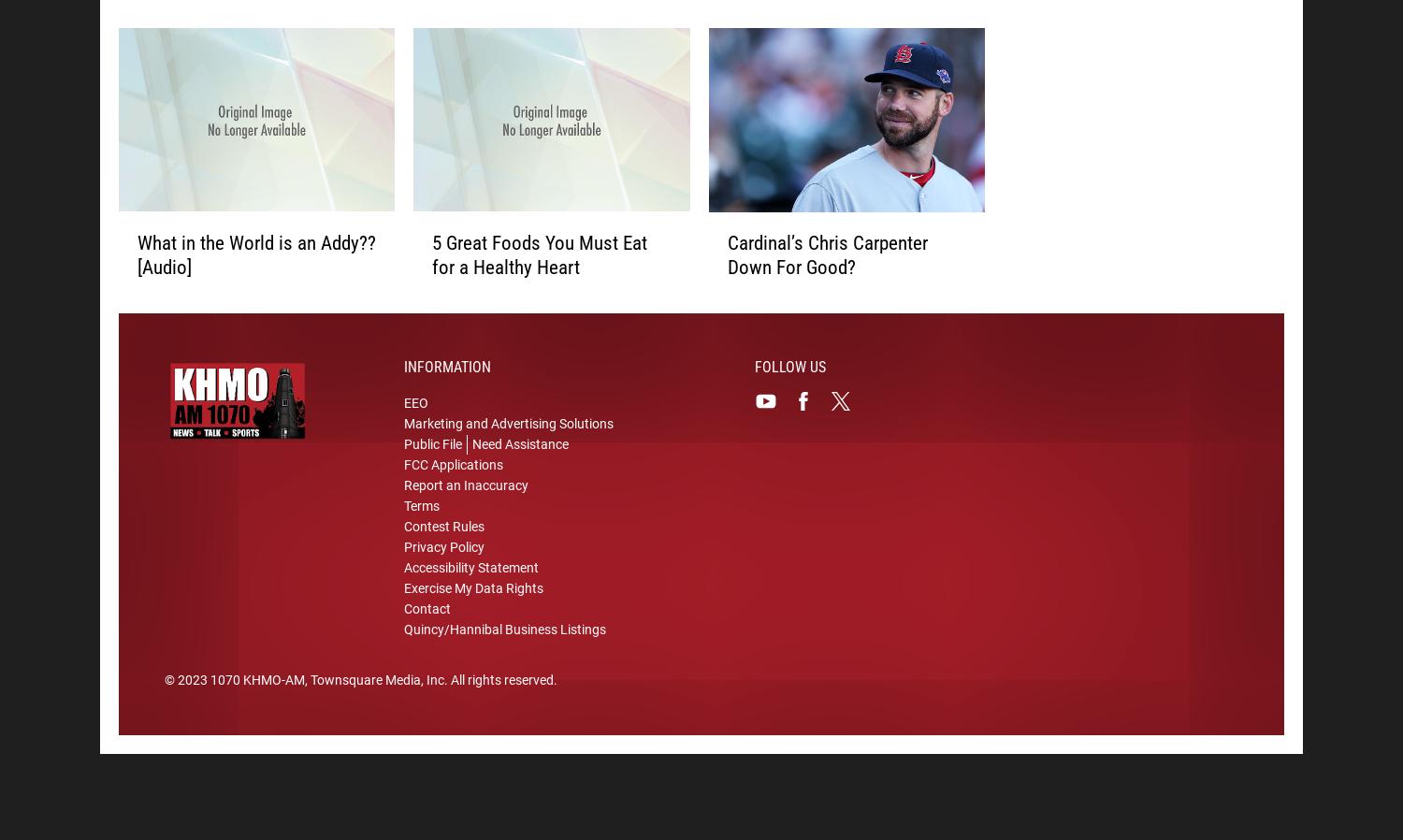 The height and width of the screenshot is (840, 1403). Describe the element at coordinates (403, 529) in the screenshot. I see `'Contest Rules'` at that location.